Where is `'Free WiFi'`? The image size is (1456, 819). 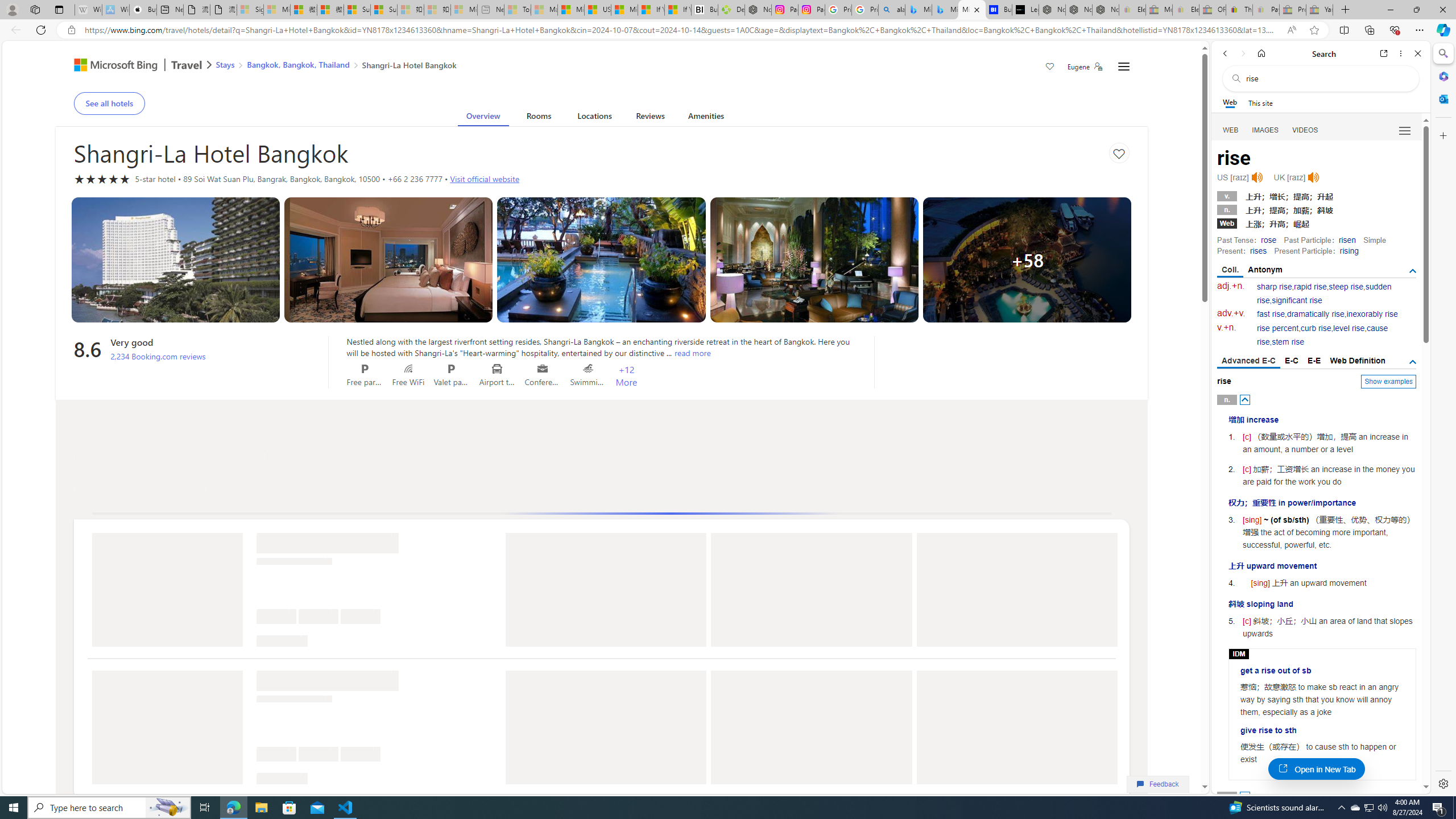 'Free WiFi' is located at coordinates (408, 368).